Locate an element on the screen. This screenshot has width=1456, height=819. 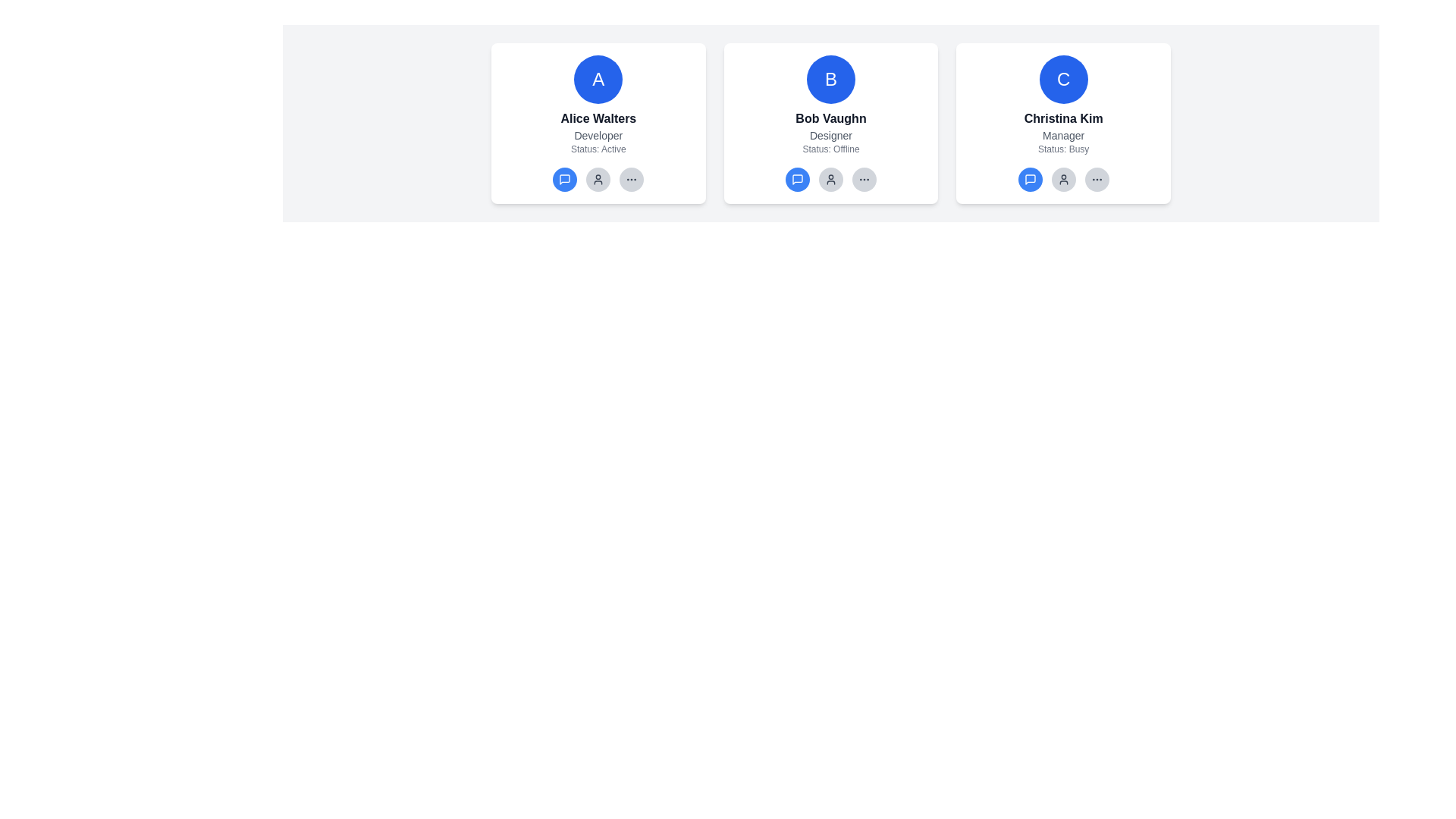
the circular profile avatar indicator for 'Bob Vaughn', which features a blue background and a white letter 'B' at the center is located at coordinates (830, 79).